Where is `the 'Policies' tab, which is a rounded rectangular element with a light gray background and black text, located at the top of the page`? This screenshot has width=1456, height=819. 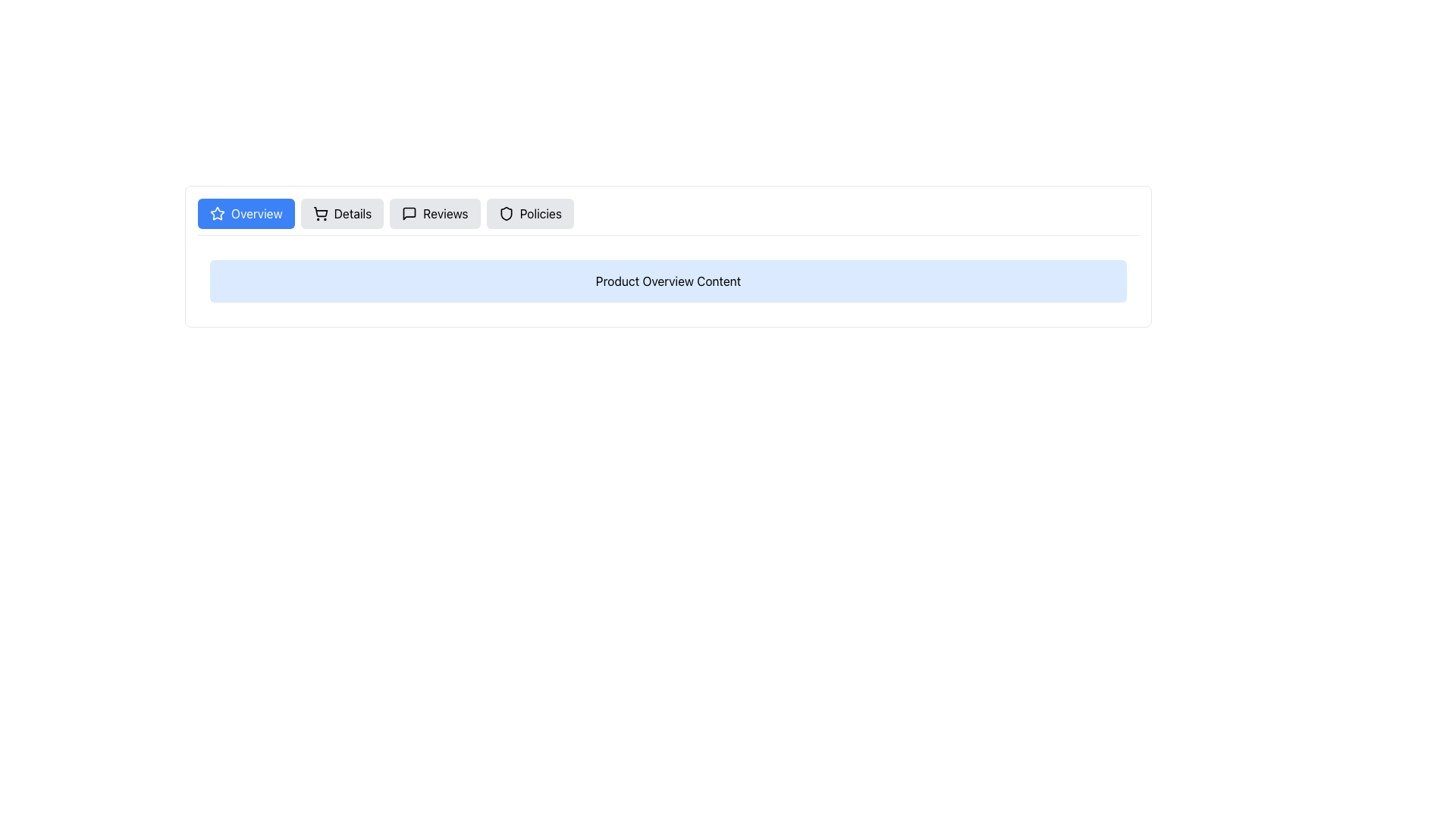
the 'Policies' tab, which is a rounded rectangular element with a light gray background and black text, located at the top of the page is located at coordinates (530, 213).